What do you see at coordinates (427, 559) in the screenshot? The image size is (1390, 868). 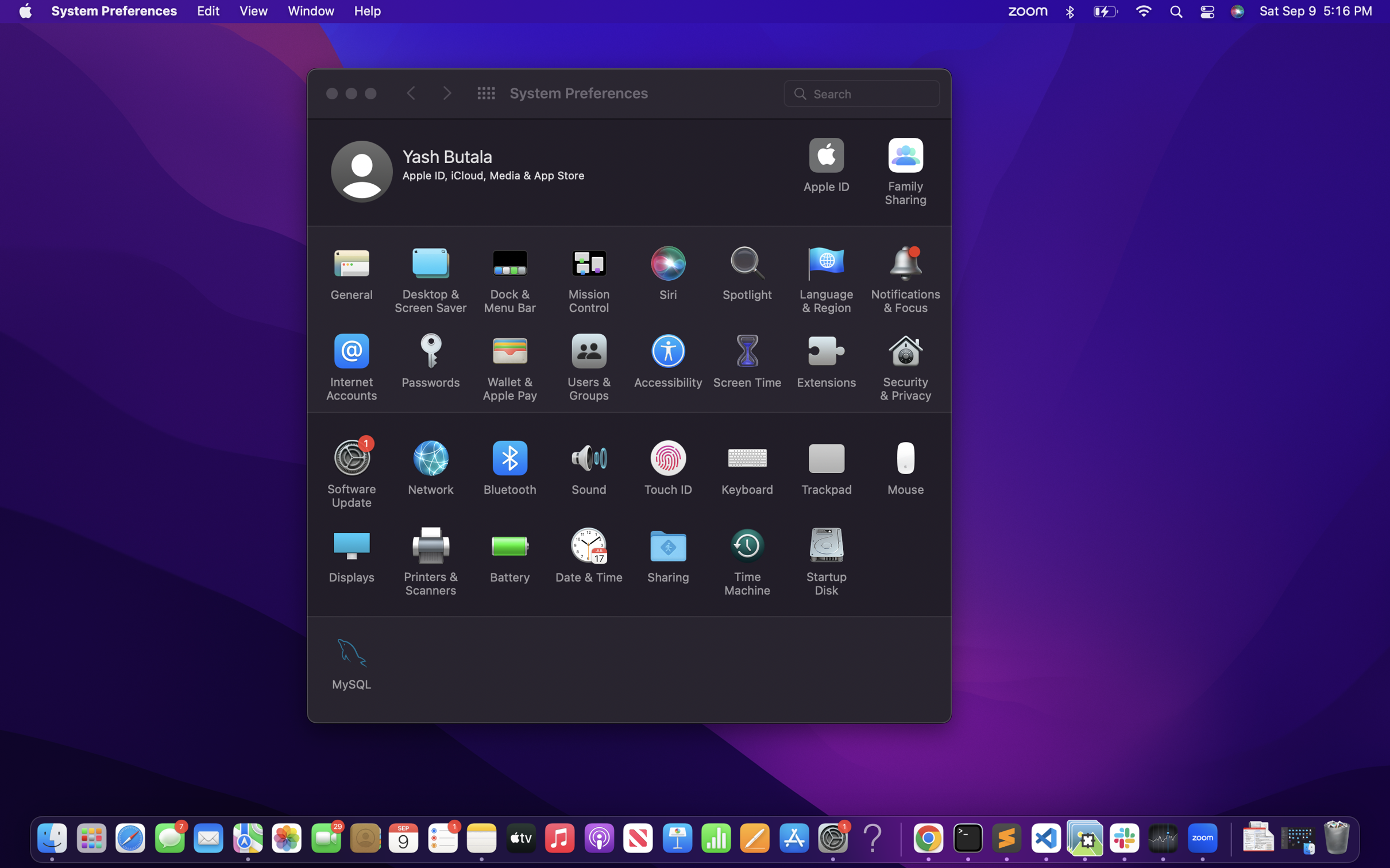 I see `Review the options to modify the main printer setting` at bounding box center [427, 559].